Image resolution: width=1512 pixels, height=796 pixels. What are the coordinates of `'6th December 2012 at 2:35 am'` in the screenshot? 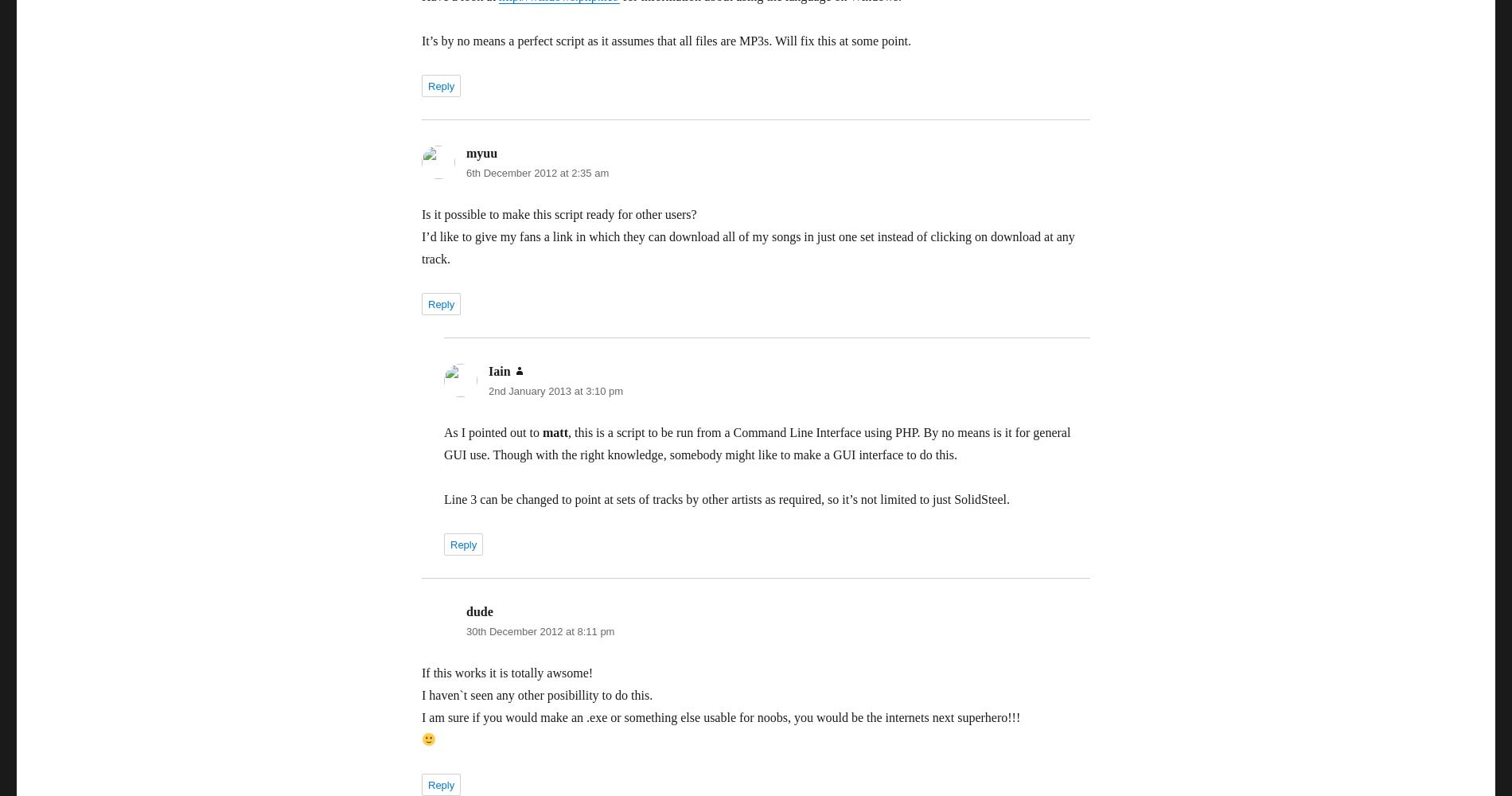 It's located at (537, 172).